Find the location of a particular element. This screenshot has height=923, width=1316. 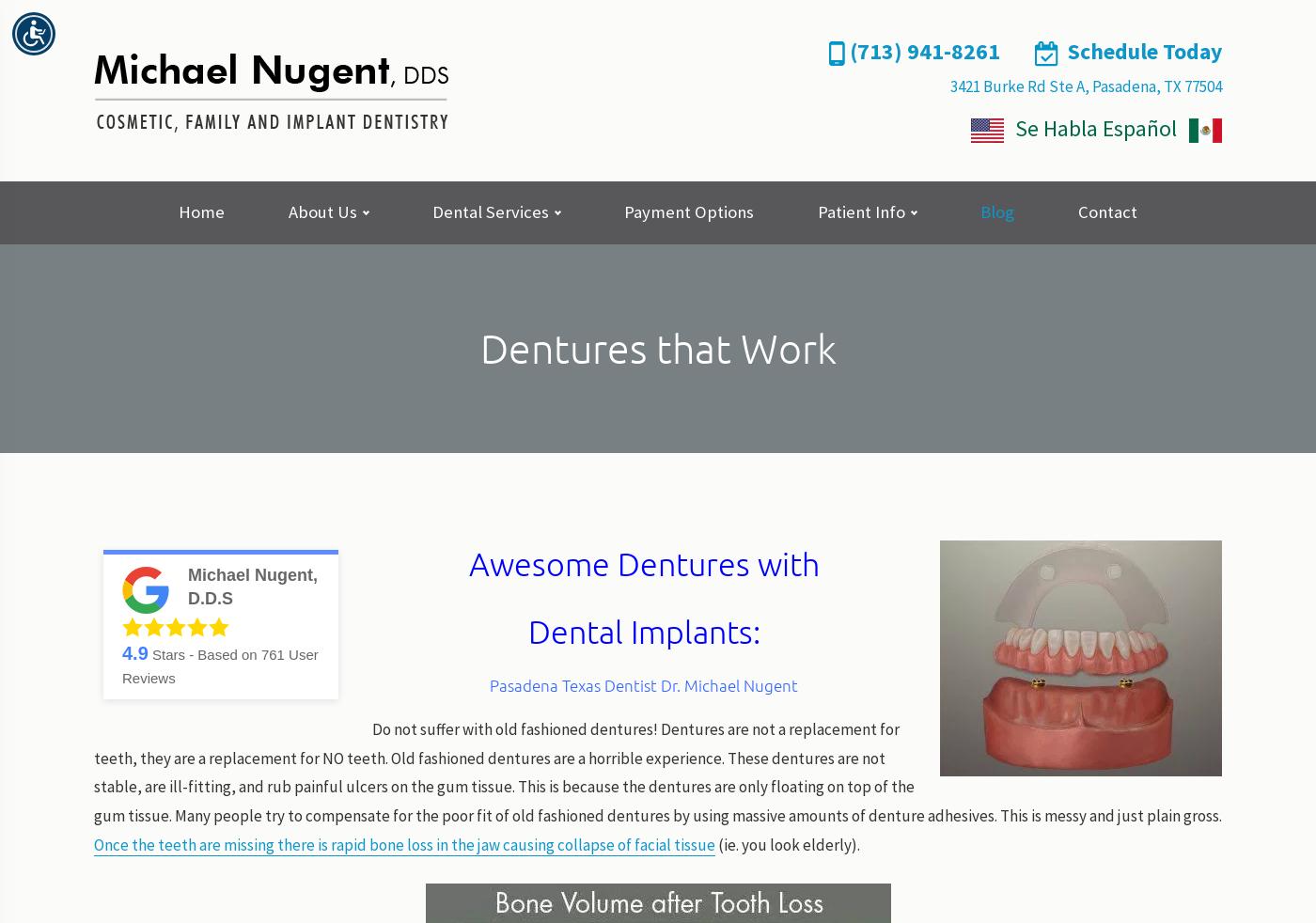

'Pasadena,' is located at coordinates (1126, 85).